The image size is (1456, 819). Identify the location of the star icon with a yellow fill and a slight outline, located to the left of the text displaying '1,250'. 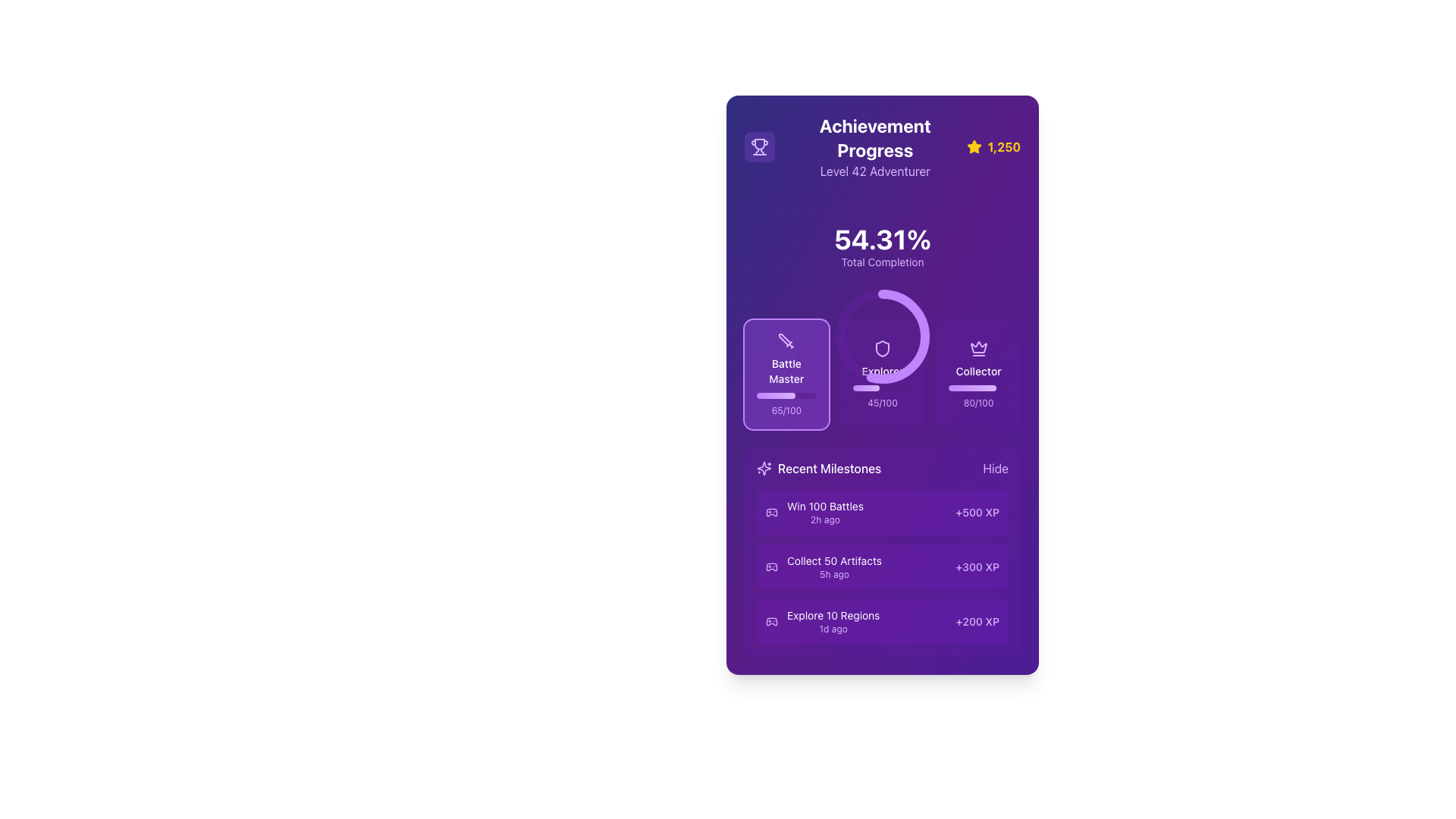
(974, 146).